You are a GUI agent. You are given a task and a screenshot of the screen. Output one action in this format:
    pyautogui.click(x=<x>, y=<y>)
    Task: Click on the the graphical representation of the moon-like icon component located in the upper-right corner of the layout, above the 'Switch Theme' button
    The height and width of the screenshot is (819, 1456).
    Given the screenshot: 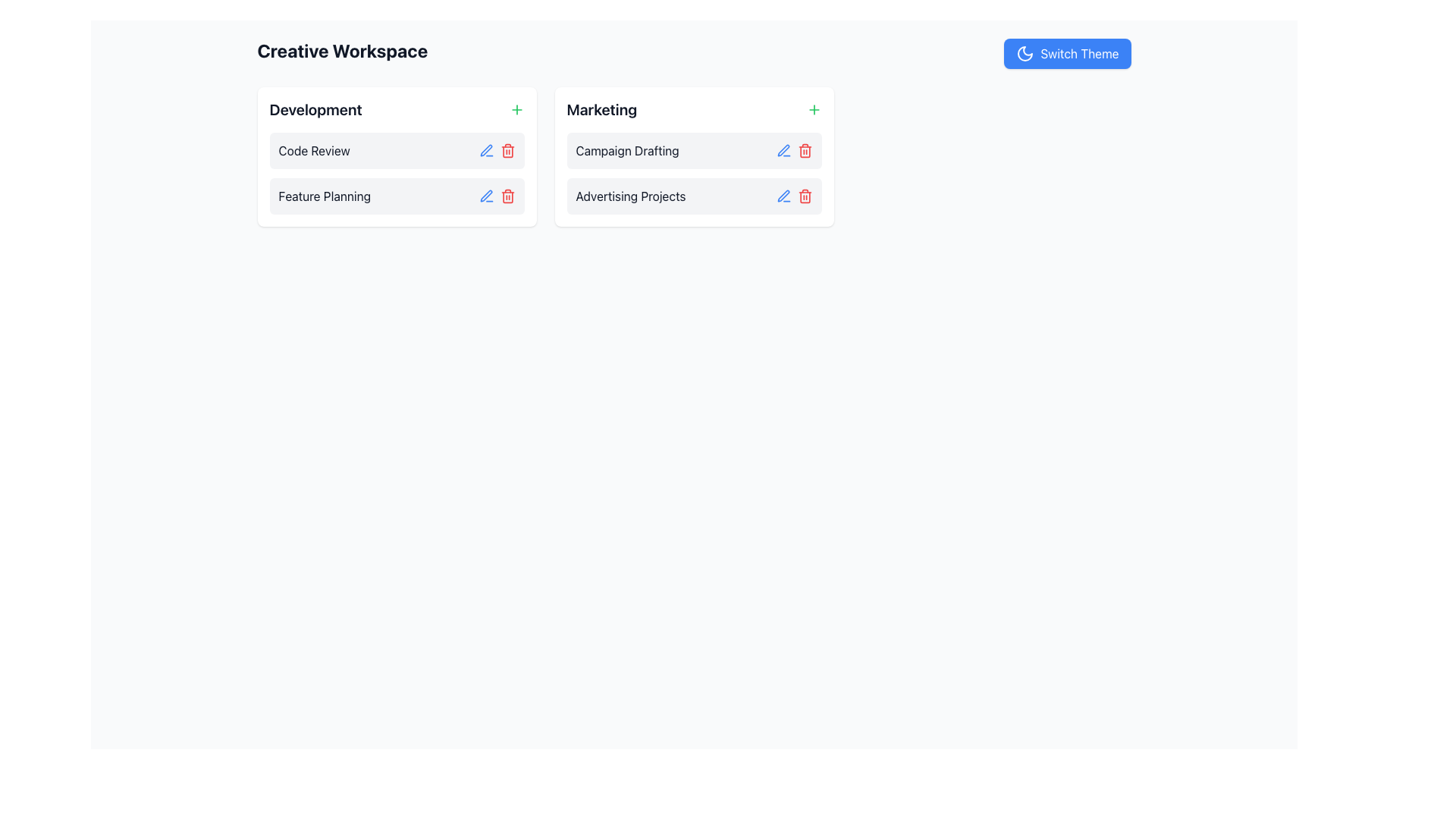 What is the action you would take?
    pyautogui.click(x=1025, y=52)
    